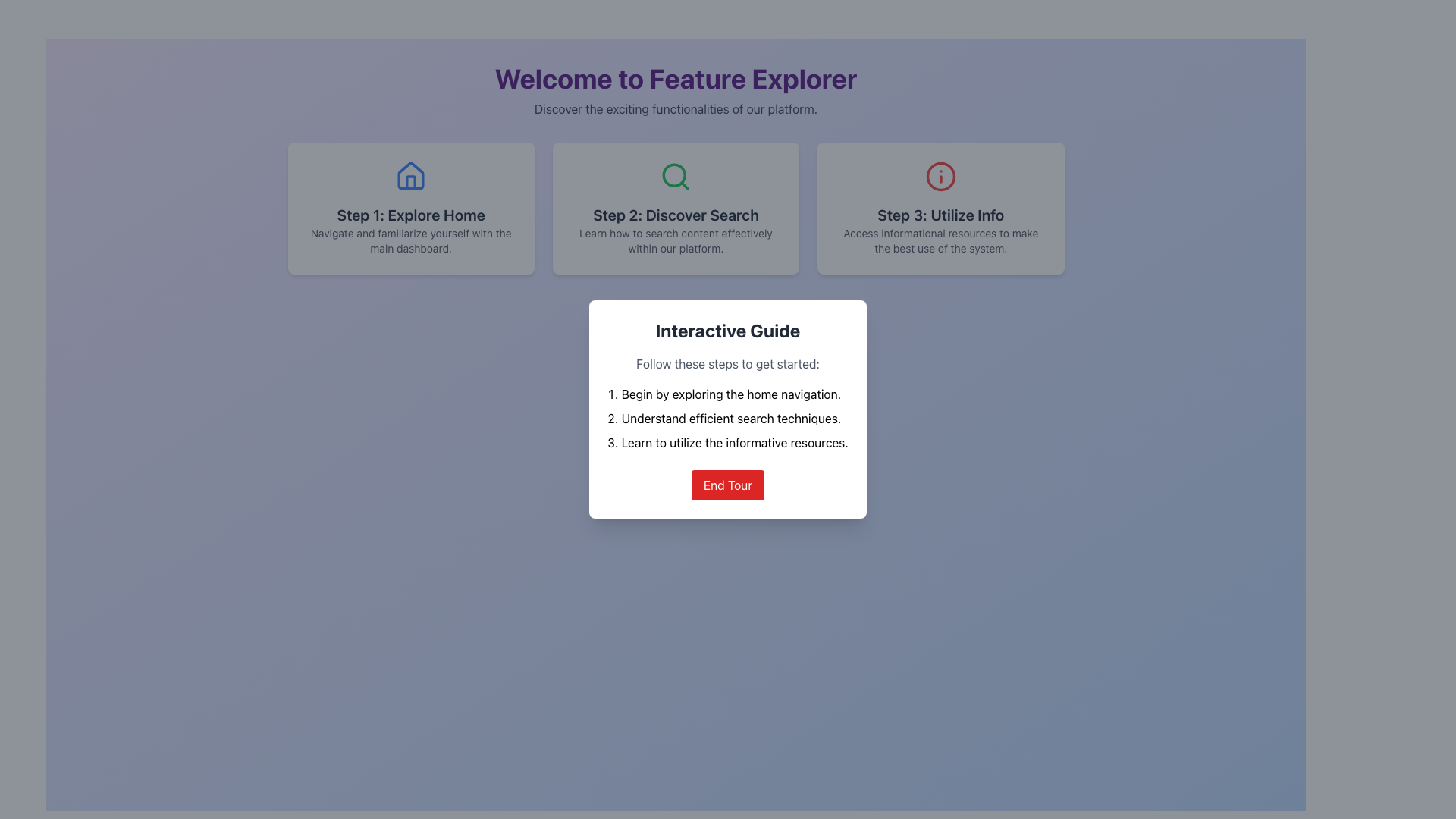 The image size is (1456, 819). Describe the element at coordinates (728, 418) in the screenshot. I see `the second item in the numbered list that reads 'Understand efficient search techniques.' within a white modal box on a soft blue background` at that location.